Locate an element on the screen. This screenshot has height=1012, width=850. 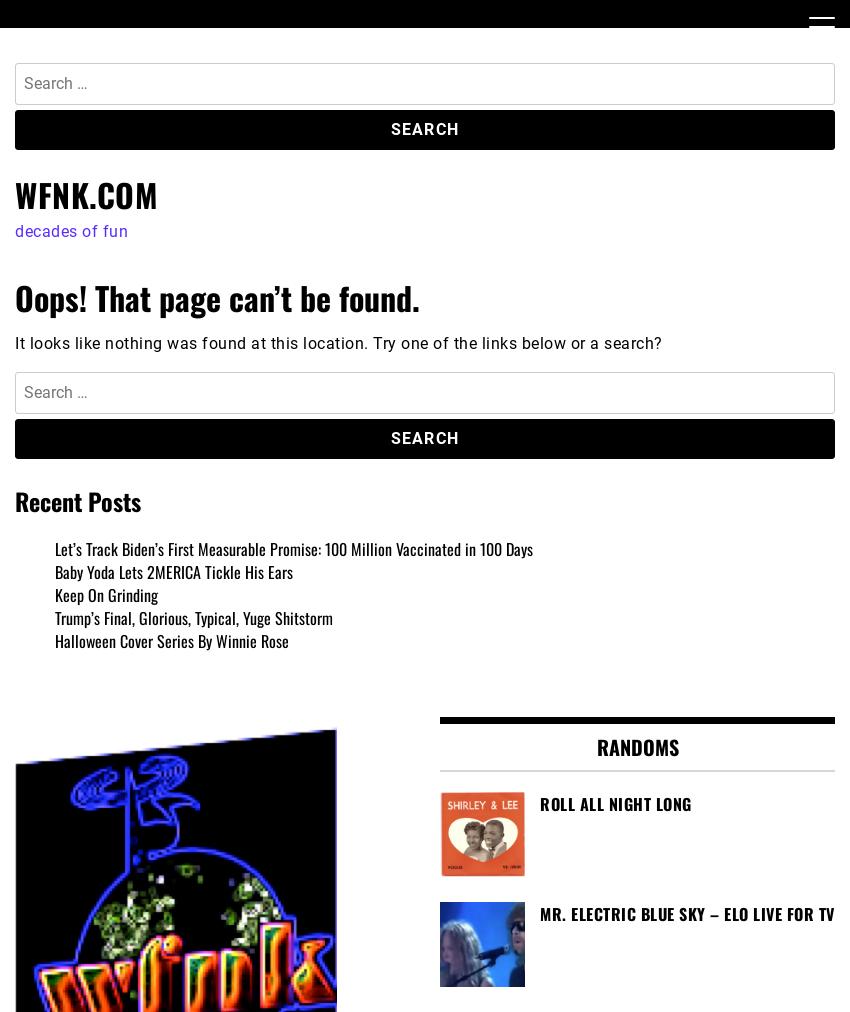
'Recent Posts' is located at coordinates (78, 501).